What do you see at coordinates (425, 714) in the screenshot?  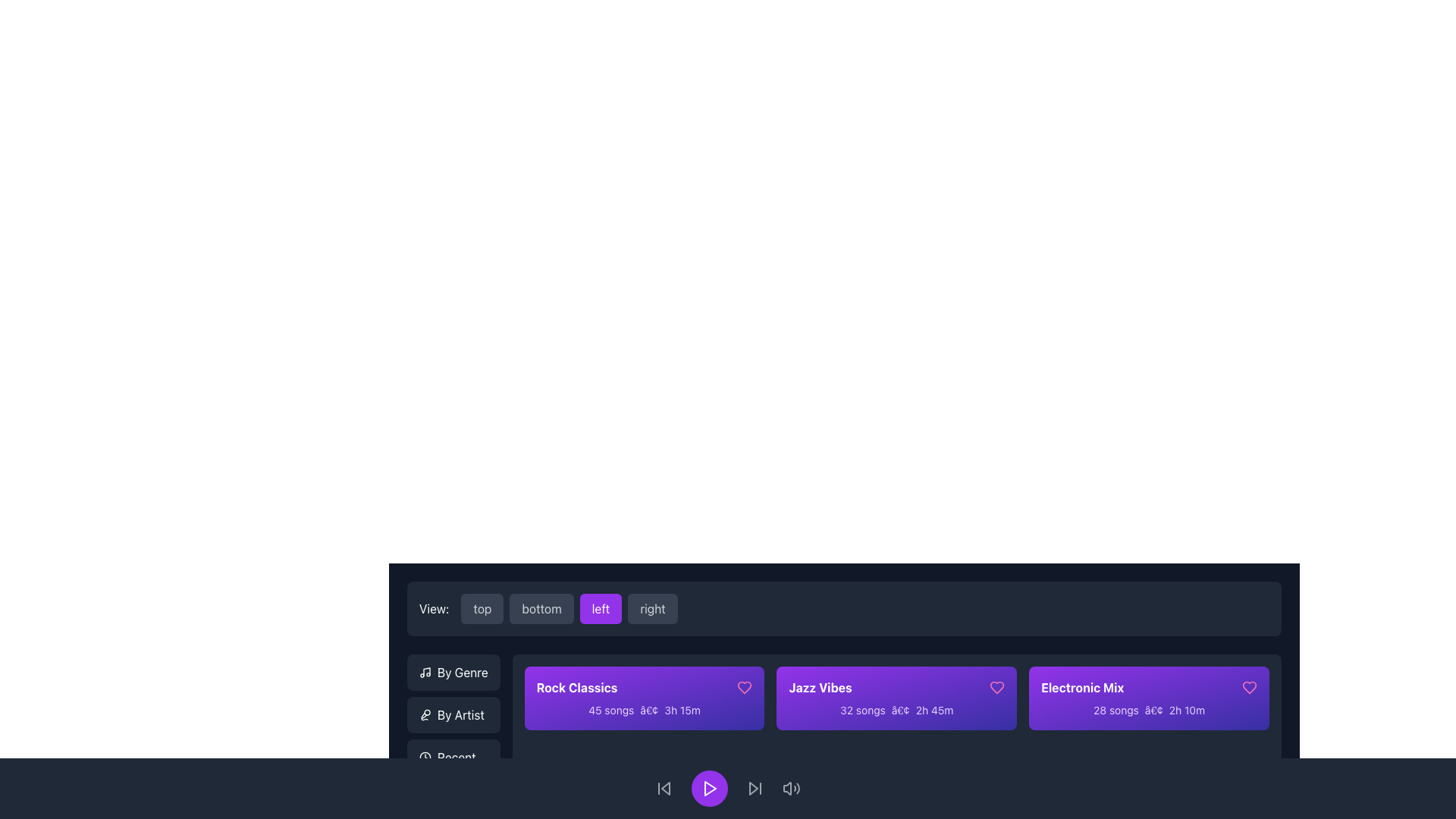 I see `the vocal microphone SVG icon in the navigation menu, which is located to the left of the 'By Artist' text` at bounding box center [425, 714].